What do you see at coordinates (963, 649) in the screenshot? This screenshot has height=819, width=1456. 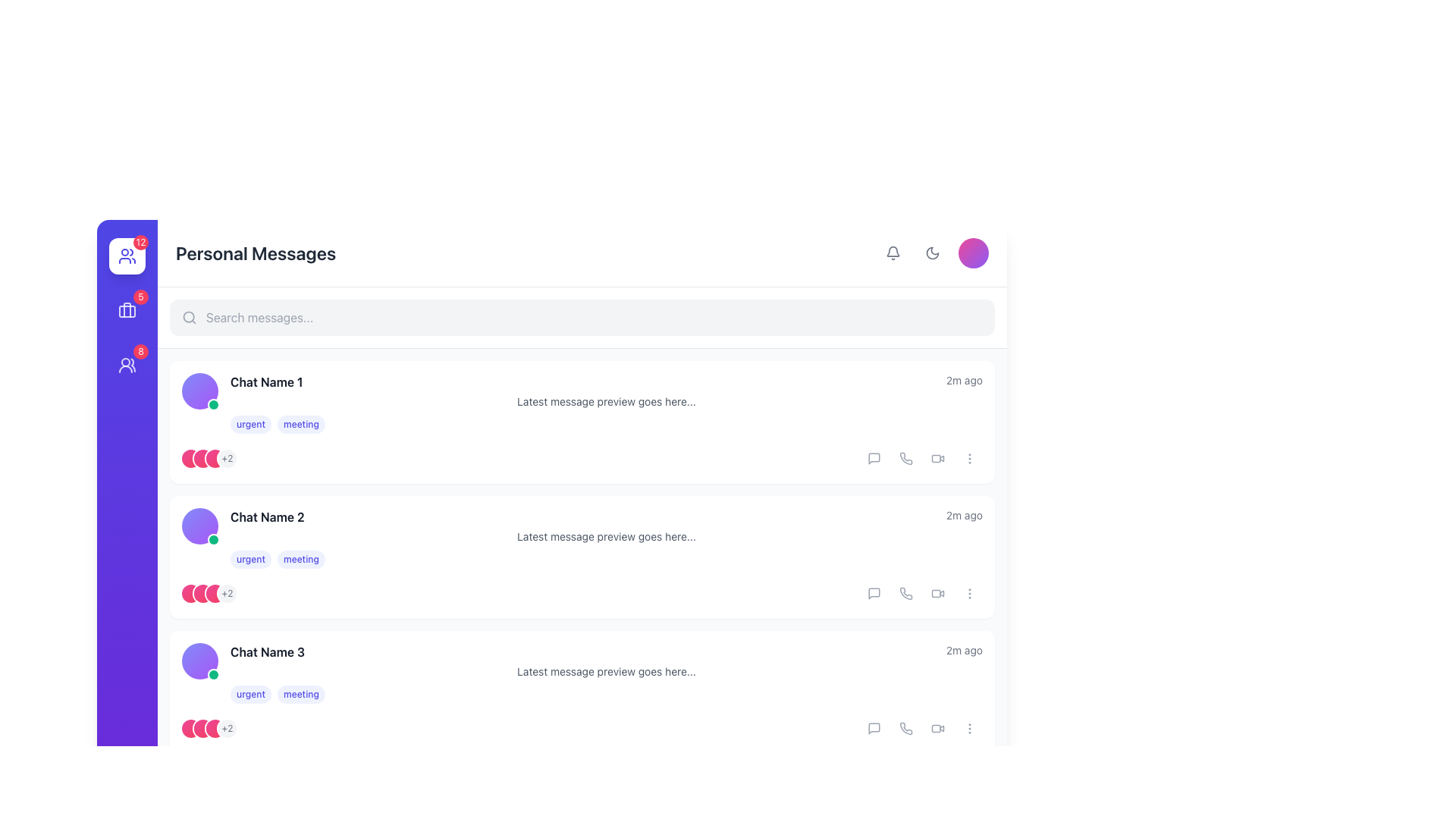 I see `text label indicating the time elapsed since the latest activity in the third chat entry, located at the top-right adjacent to 'Chat Name 3'` at bounding box center [963, 649].